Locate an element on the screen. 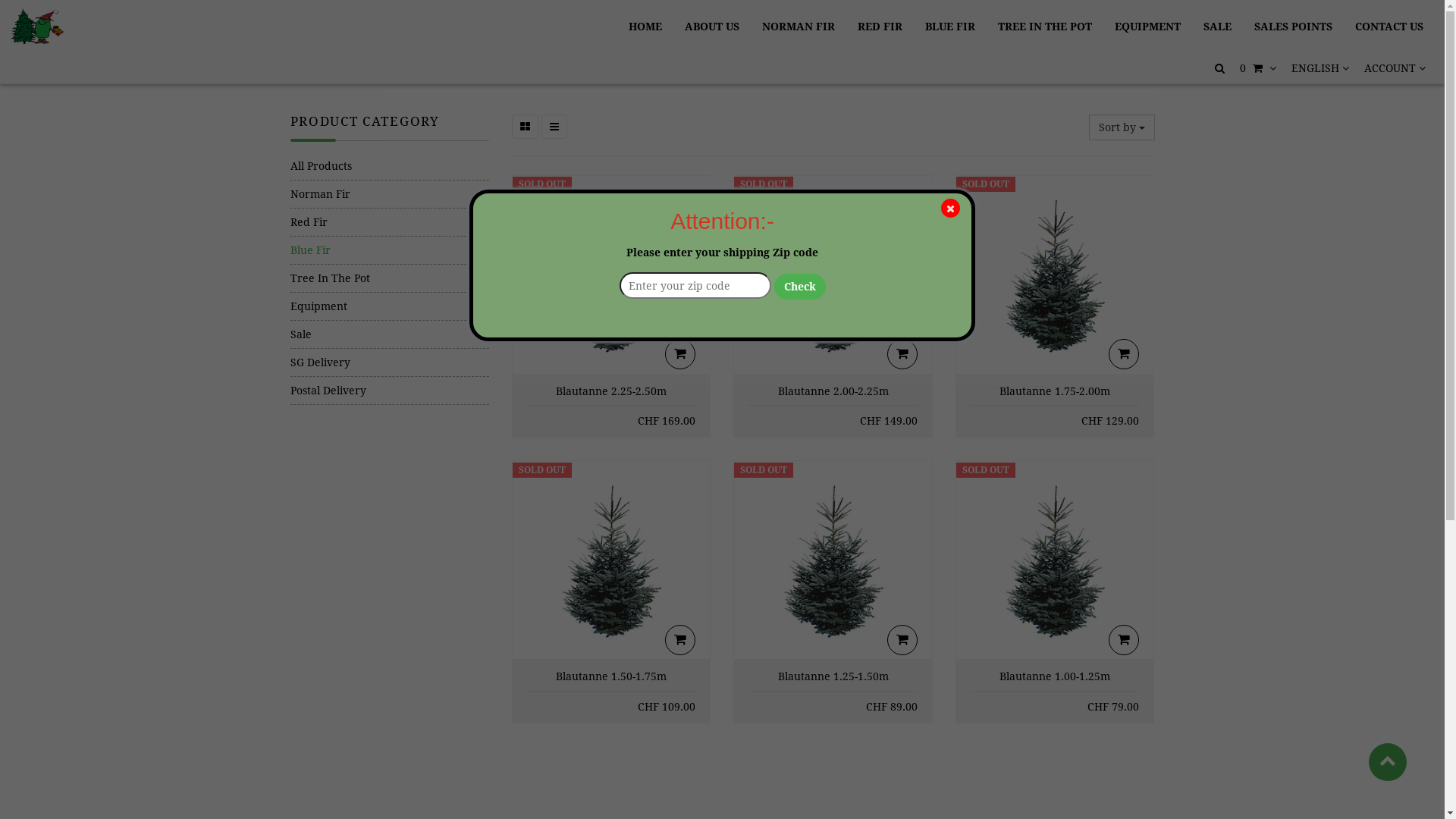 Image resolution: width=1456 pixels, height=819 pixels. 'List View' is located at coordinates (541, 125).